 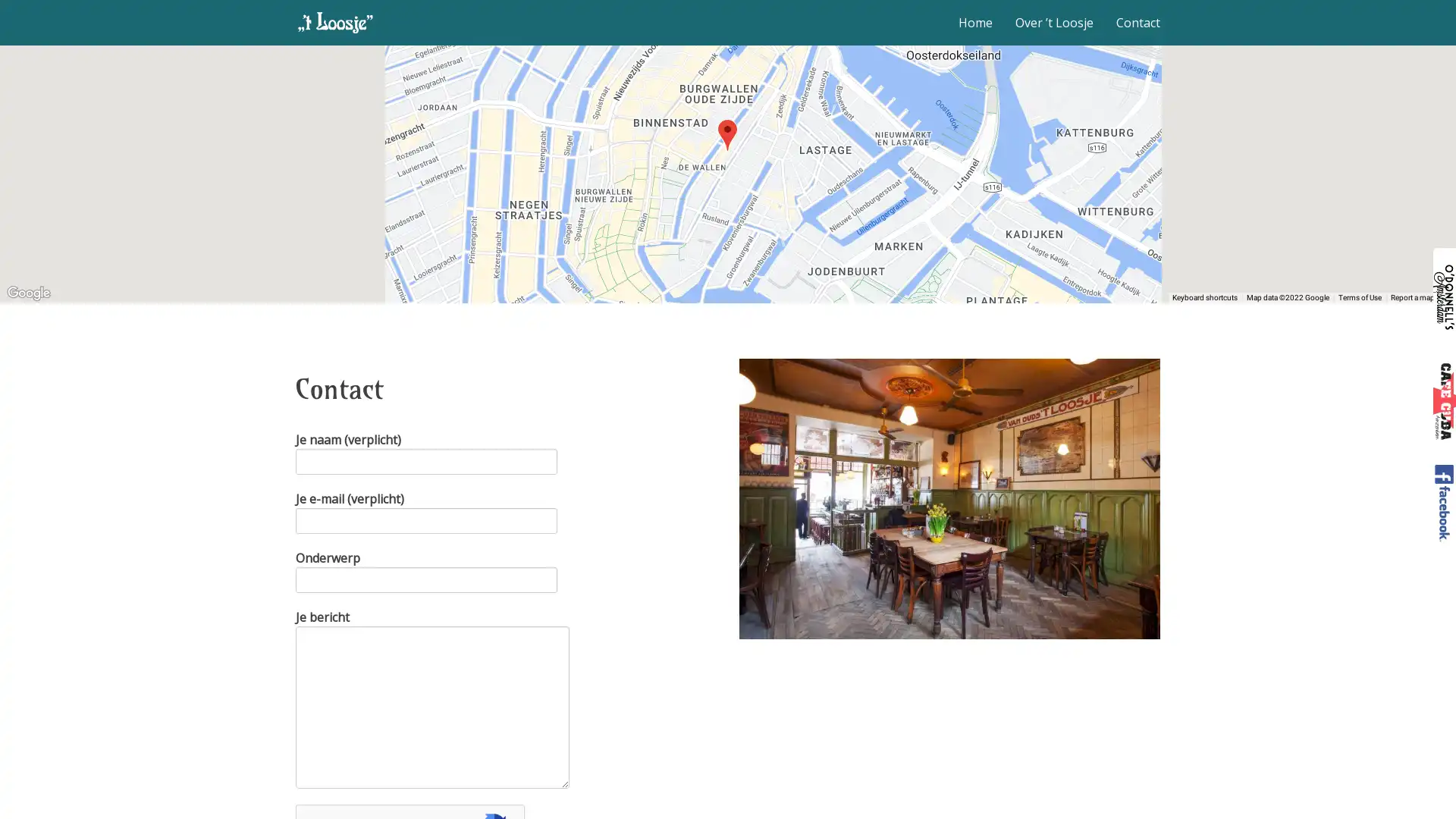 I want to click on Keyboard shortcuts, so click(x=1203, y=298).